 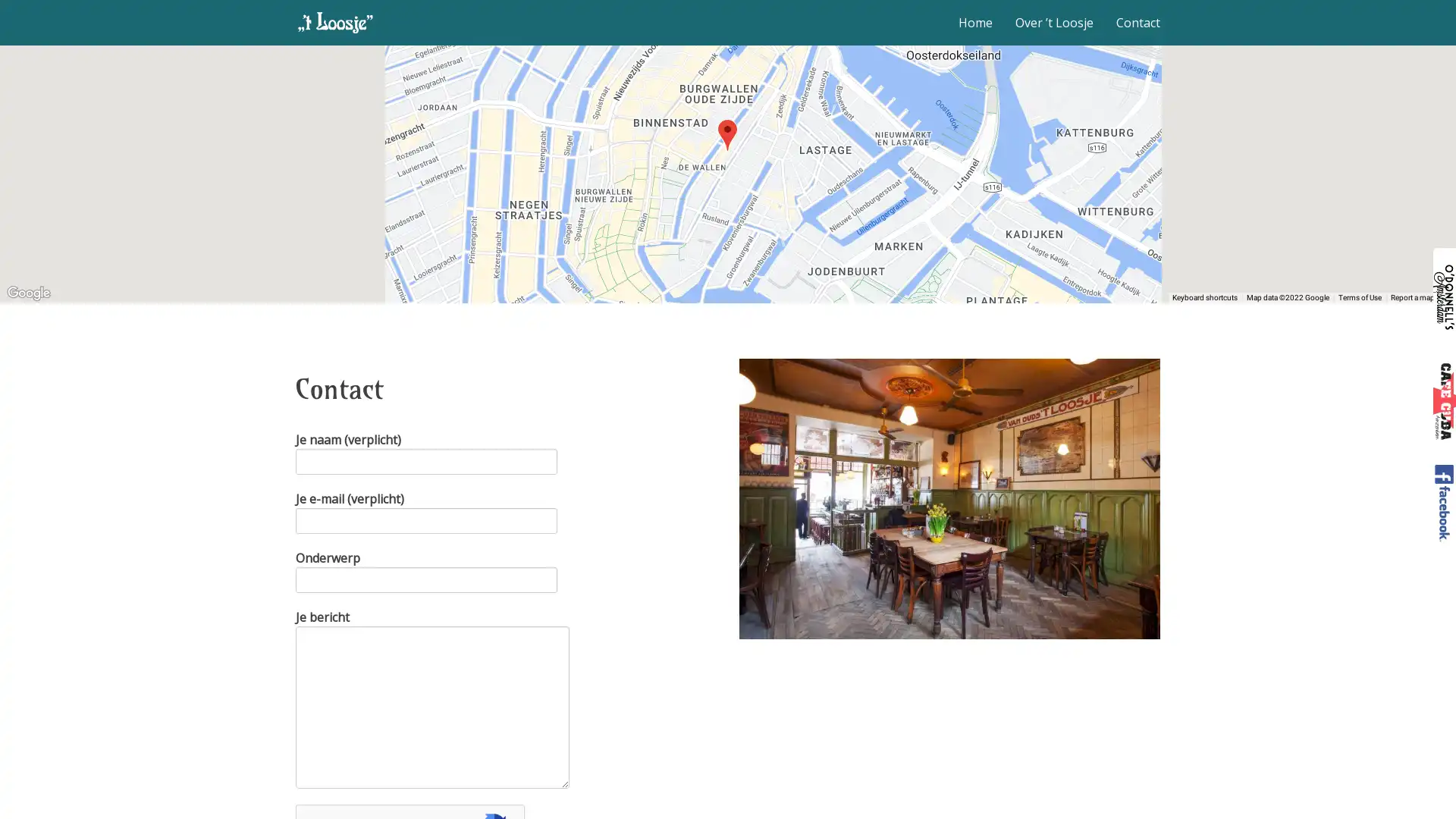 I want to click on Keyboard shortcuts, so click(x=1203, y=298).